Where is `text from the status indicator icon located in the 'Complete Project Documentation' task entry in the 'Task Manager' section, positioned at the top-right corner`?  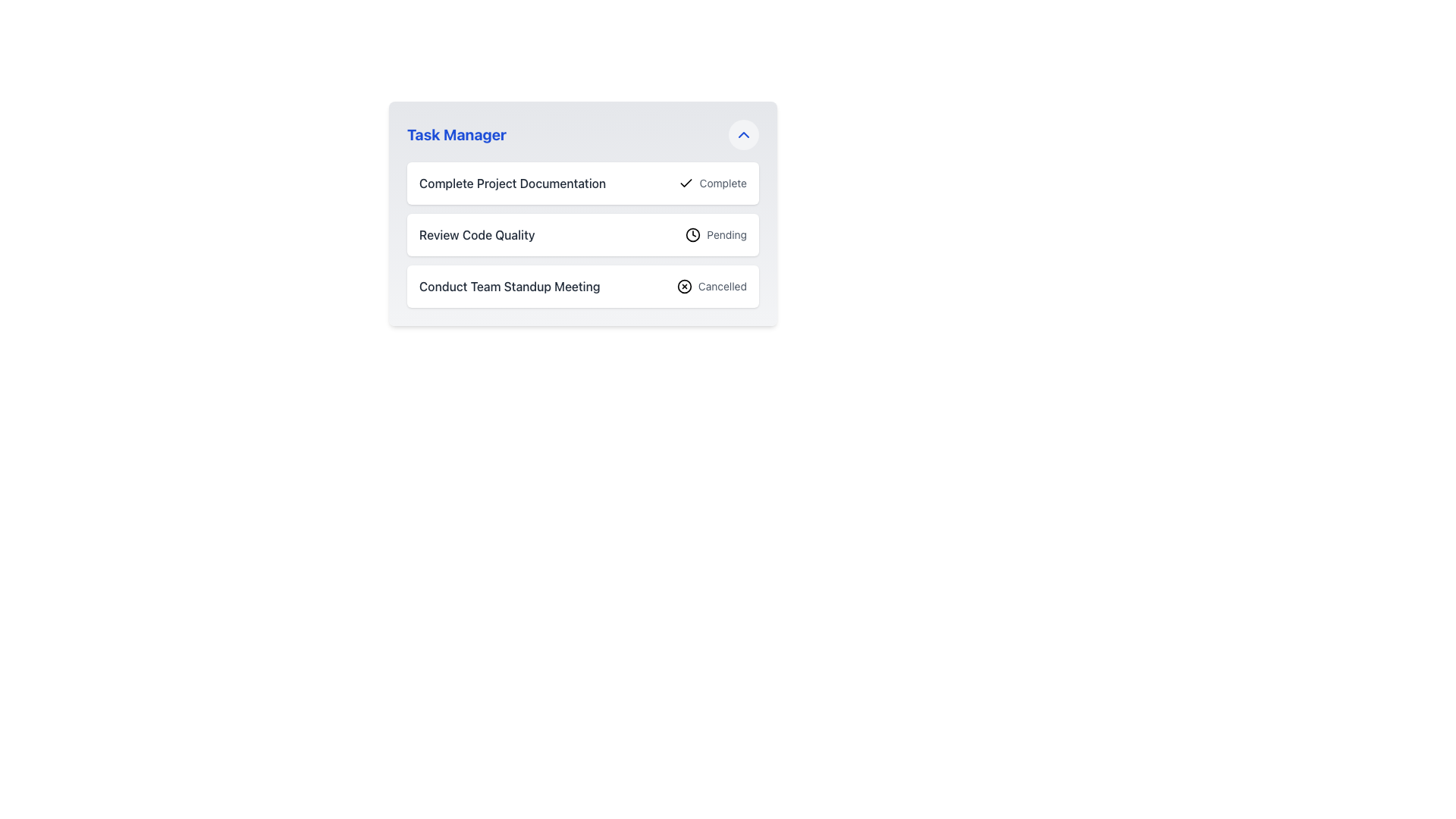
text from the status indicator icon located in the 'Complete Project Documentation' task entry in the 'Task Manager' section, positioned at the top-right corner is located at coordinates (711, 183).